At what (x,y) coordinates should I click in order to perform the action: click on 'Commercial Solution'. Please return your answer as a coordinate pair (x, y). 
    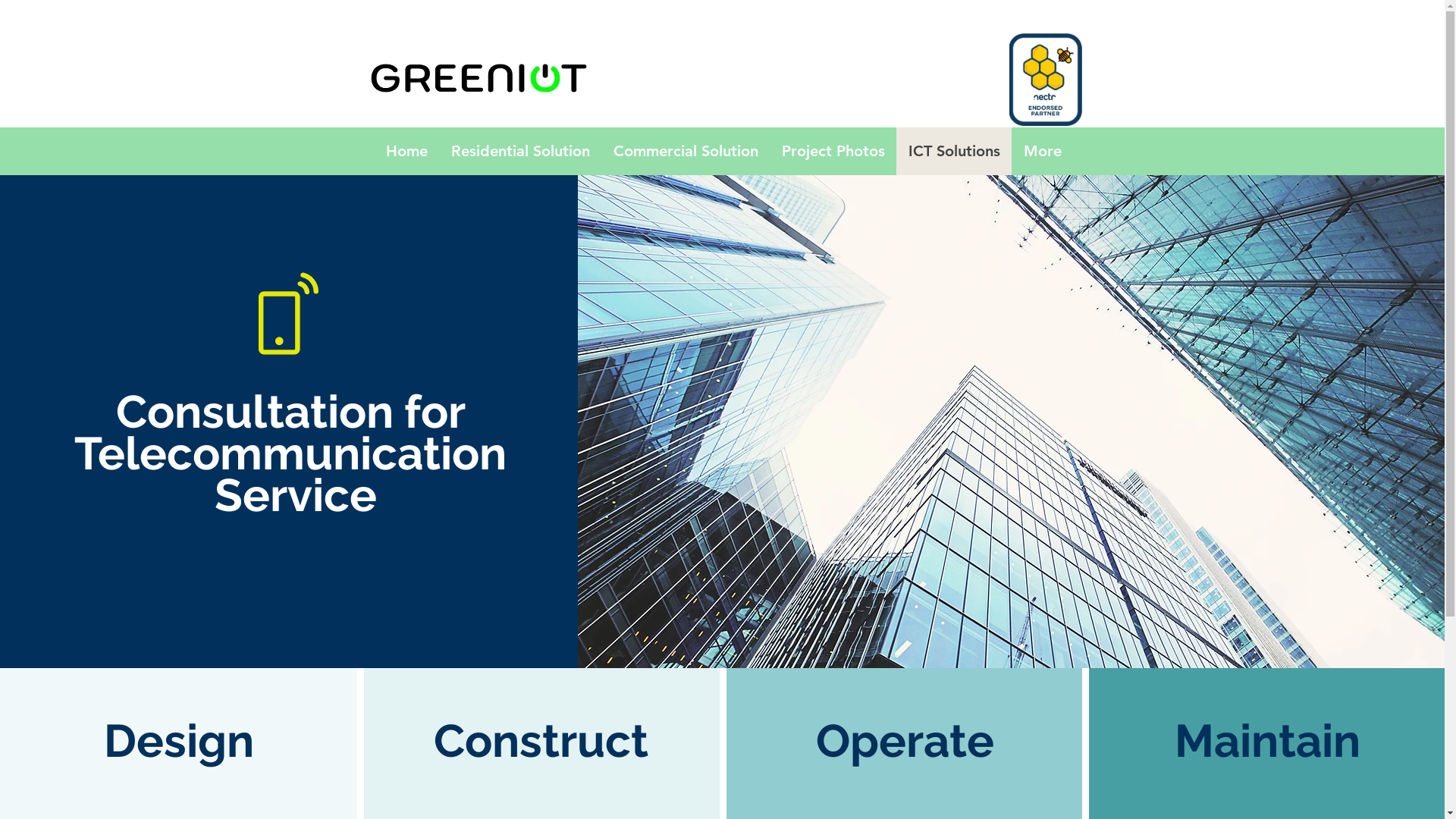
    Looking at the image, I should click on (683, 151).